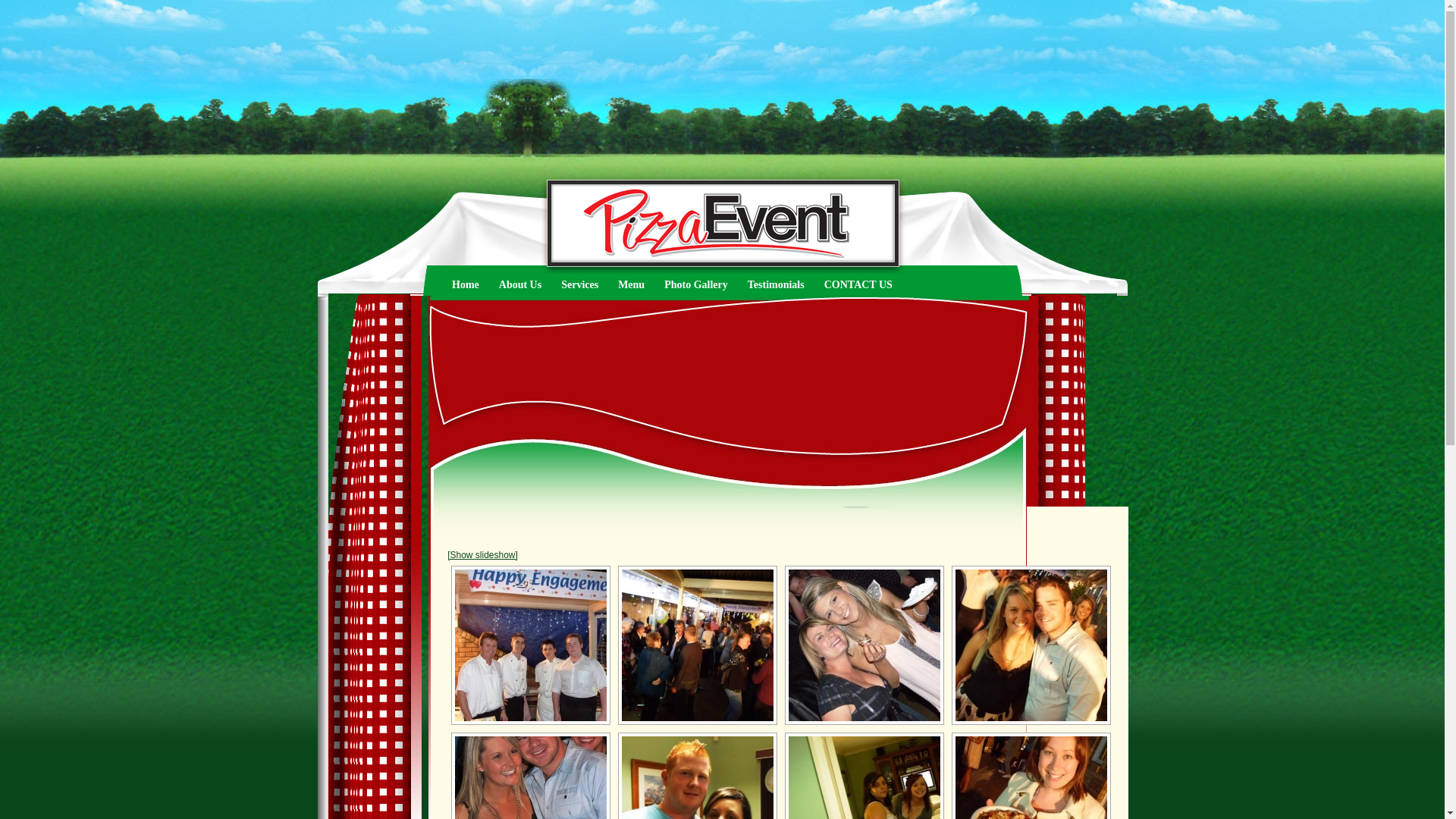  I want to click on 'CONTACT US', so click(858, 284).